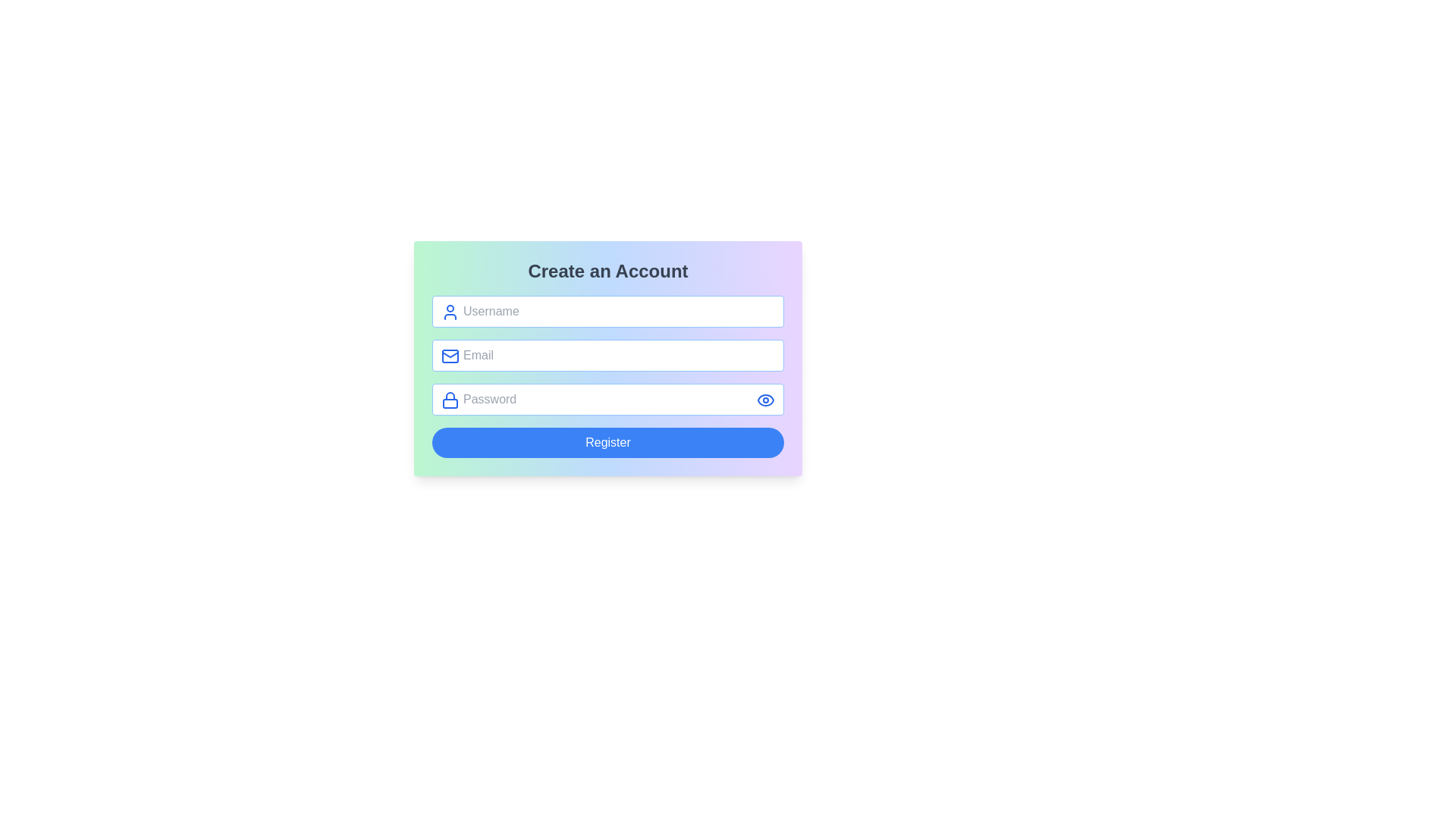 The height and width of the screenshot is (819, 1456). What do you see at coordinates (450, 356) in the screenshot?
I see `the mail icon with a blue outline located to the left of the email input field, which serves as a visual hint for entering an email address` at bounding box center [450, 356].